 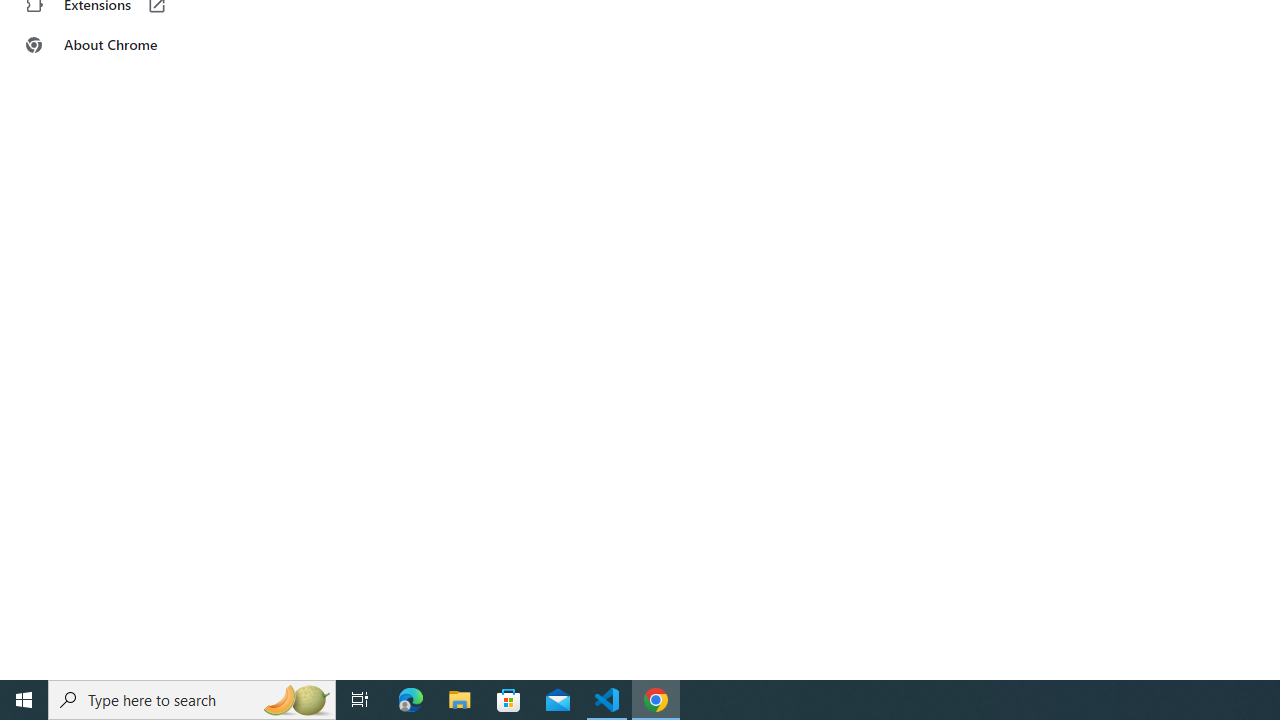 I want to click on 'Task View', so click(x=359, y=698).